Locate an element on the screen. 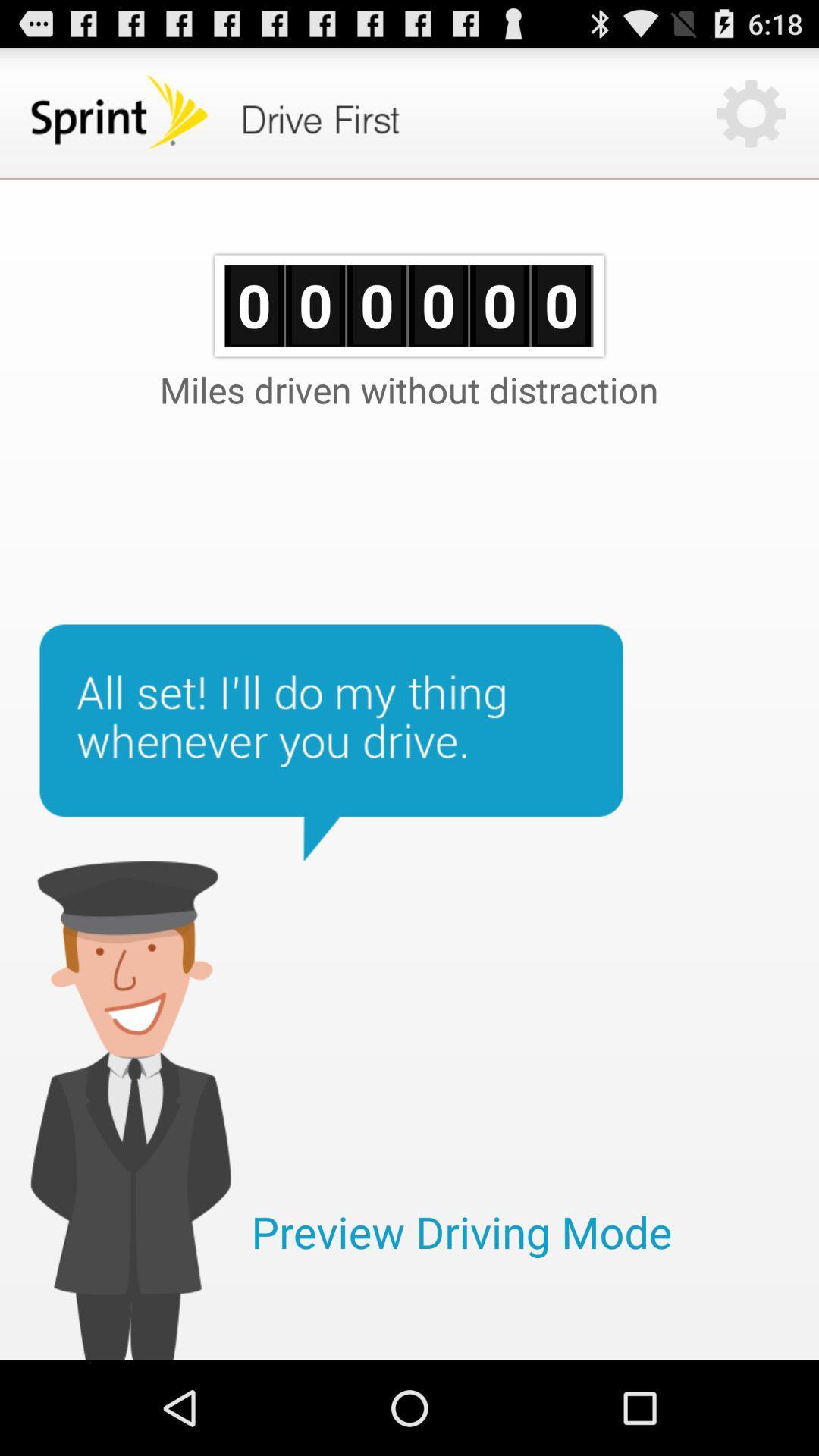  settings button menu is located at coordinates (751, 112).